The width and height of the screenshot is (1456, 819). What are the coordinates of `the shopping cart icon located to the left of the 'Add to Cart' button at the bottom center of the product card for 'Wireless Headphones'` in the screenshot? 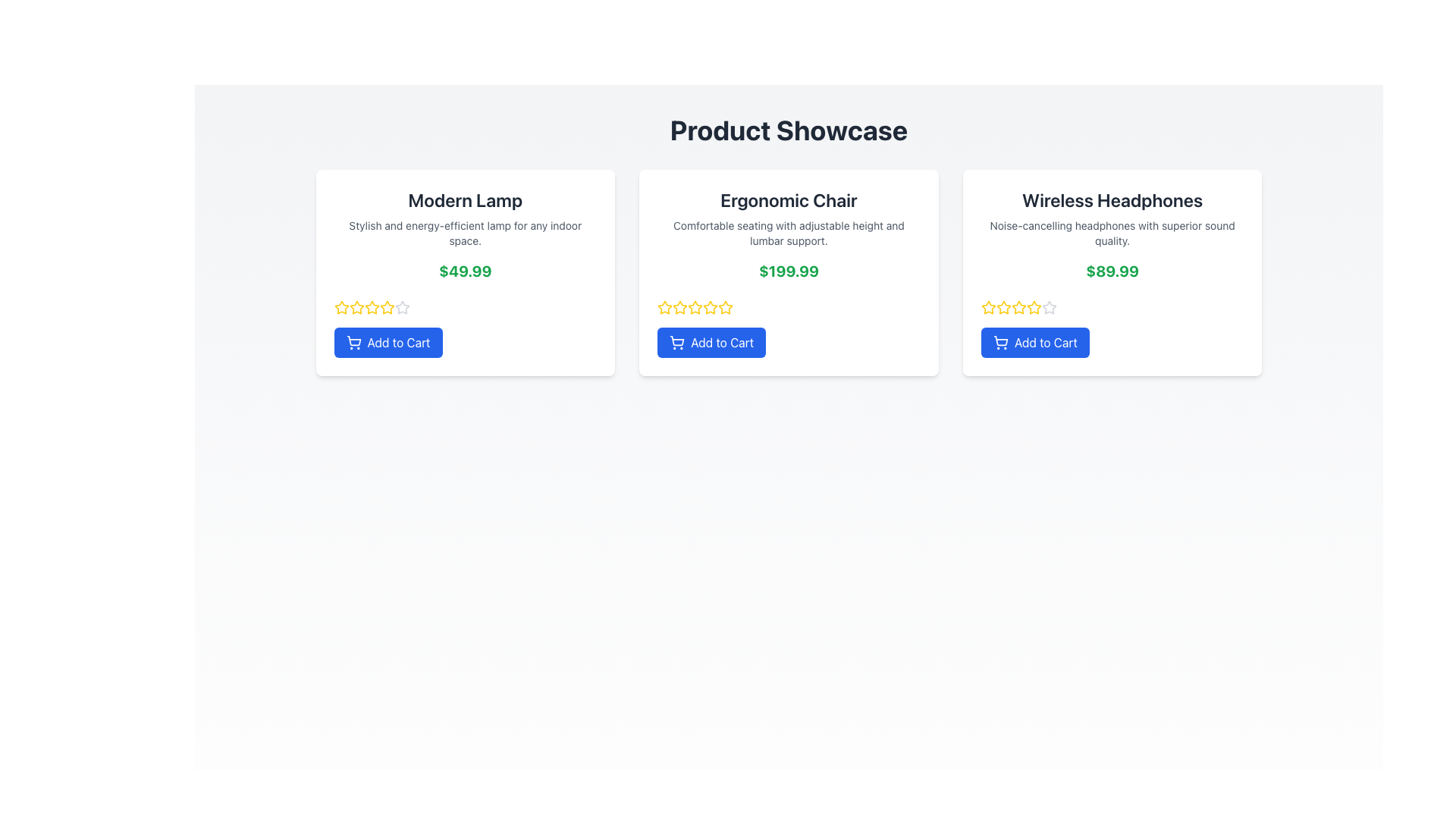 It's located at (1000, 342).